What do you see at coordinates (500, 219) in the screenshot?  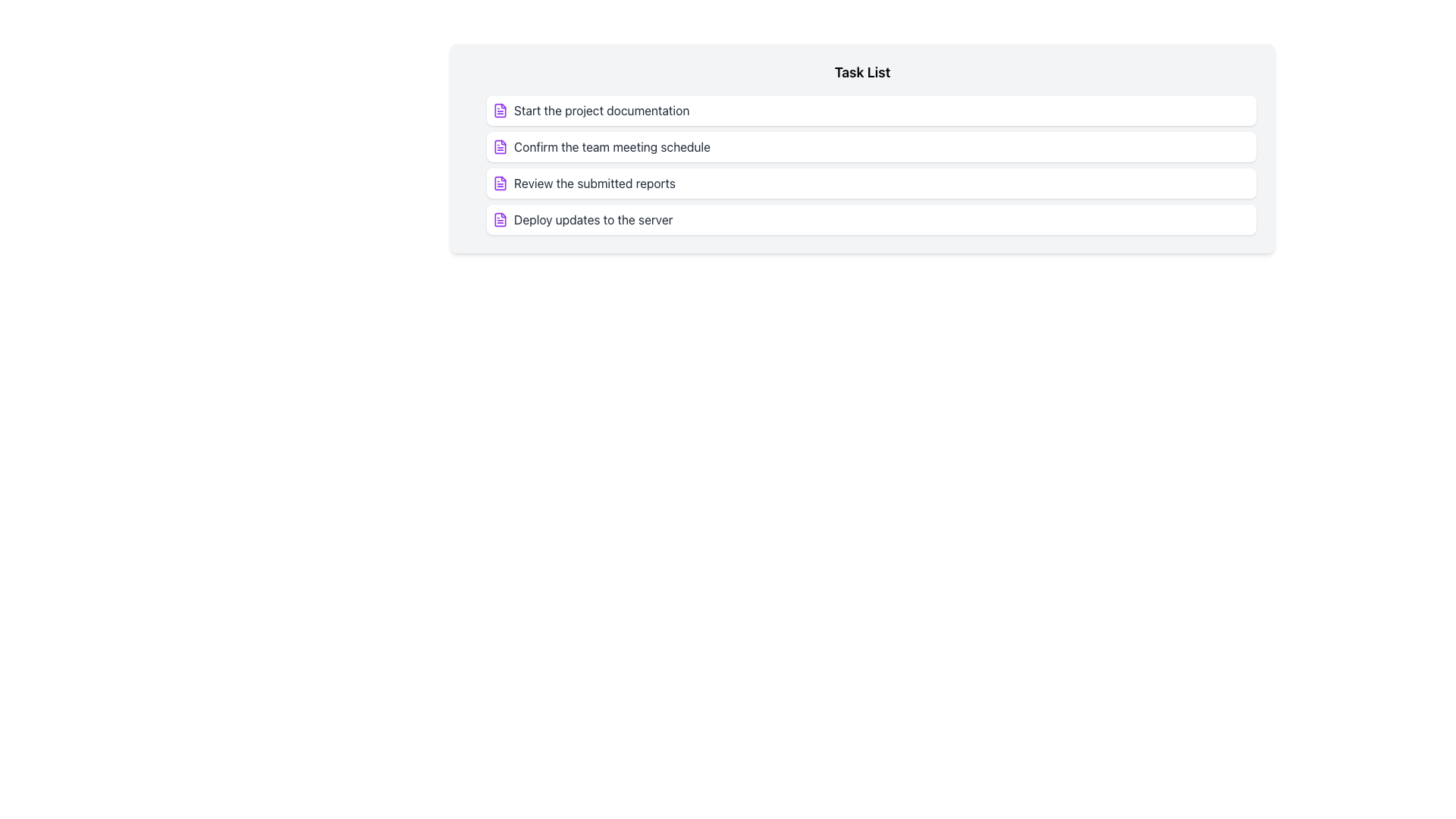 I see `the file-related SVG icon located in the fourth task entry labeled 'Deploy updates to the server', positioned to the left of the task label` at bounding box center [500, 219].